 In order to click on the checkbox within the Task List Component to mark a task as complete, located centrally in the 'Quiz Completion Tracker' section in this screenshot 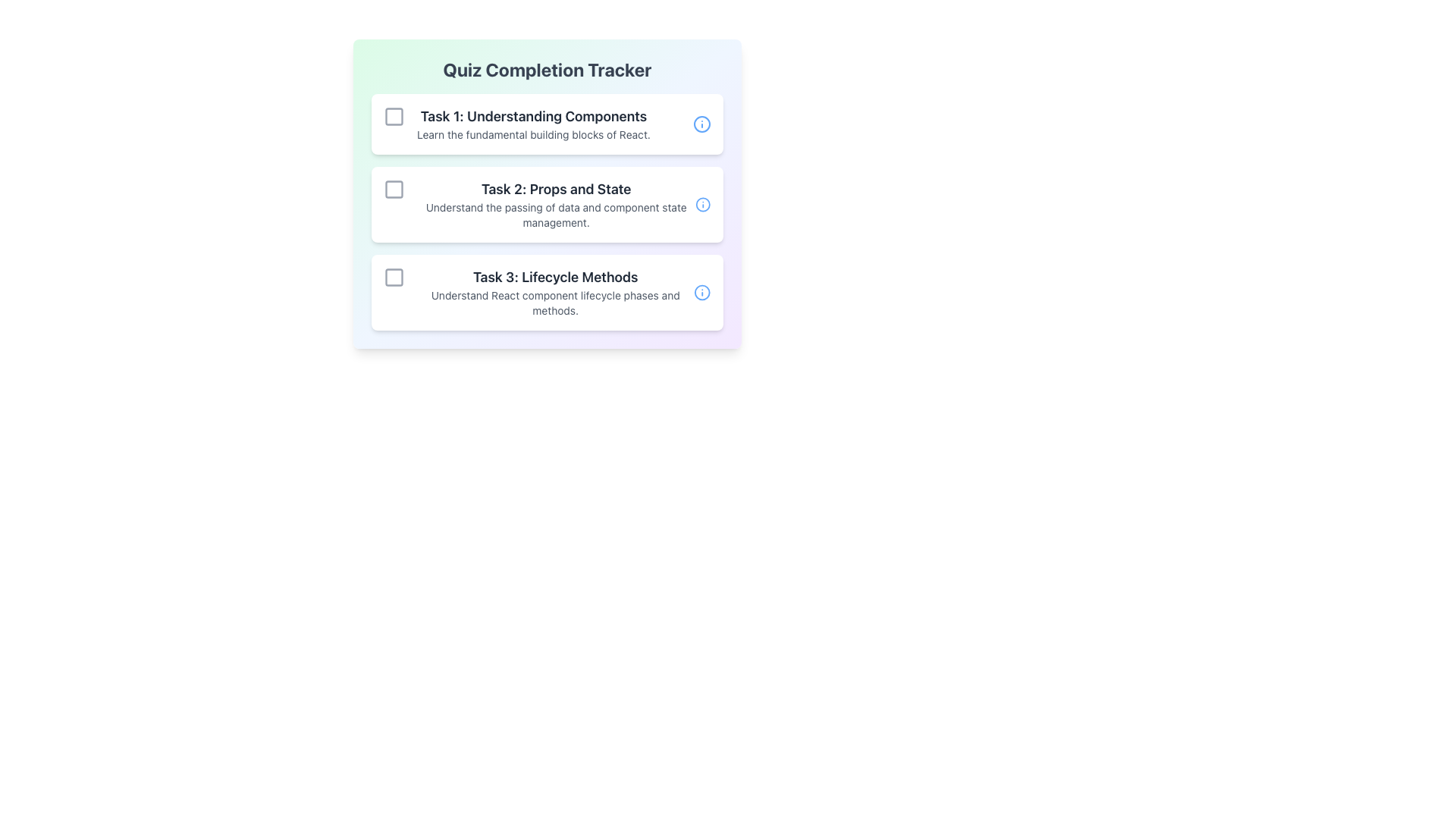, I will do `click(546, 212)`.